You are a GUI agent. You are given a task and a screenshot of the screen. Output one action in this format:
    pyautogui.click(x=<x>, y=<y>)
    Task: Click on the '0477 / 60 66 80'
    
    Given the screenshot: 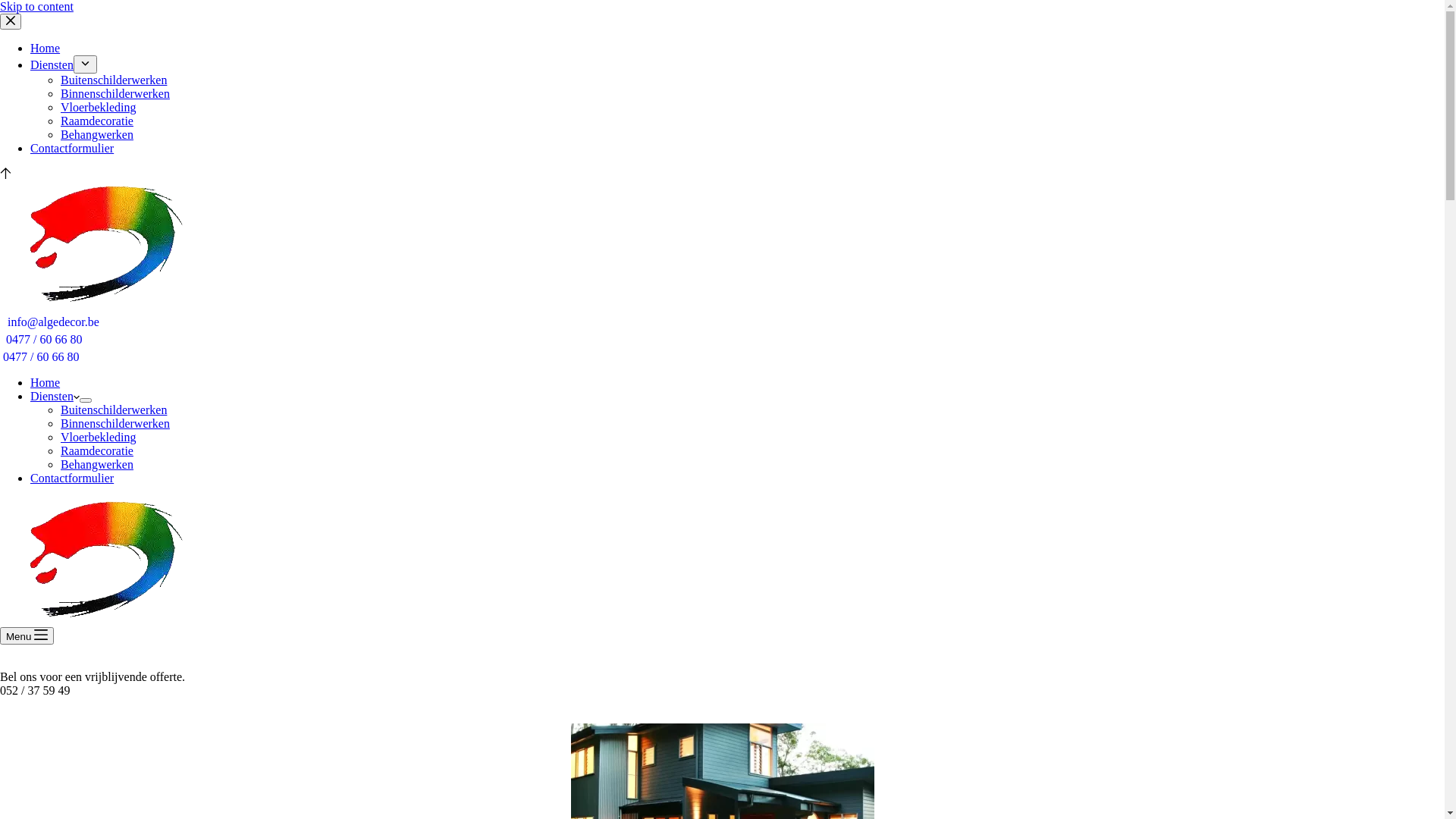 What is the action you would take?
    pyautogui.click(x=43, y=338)
    